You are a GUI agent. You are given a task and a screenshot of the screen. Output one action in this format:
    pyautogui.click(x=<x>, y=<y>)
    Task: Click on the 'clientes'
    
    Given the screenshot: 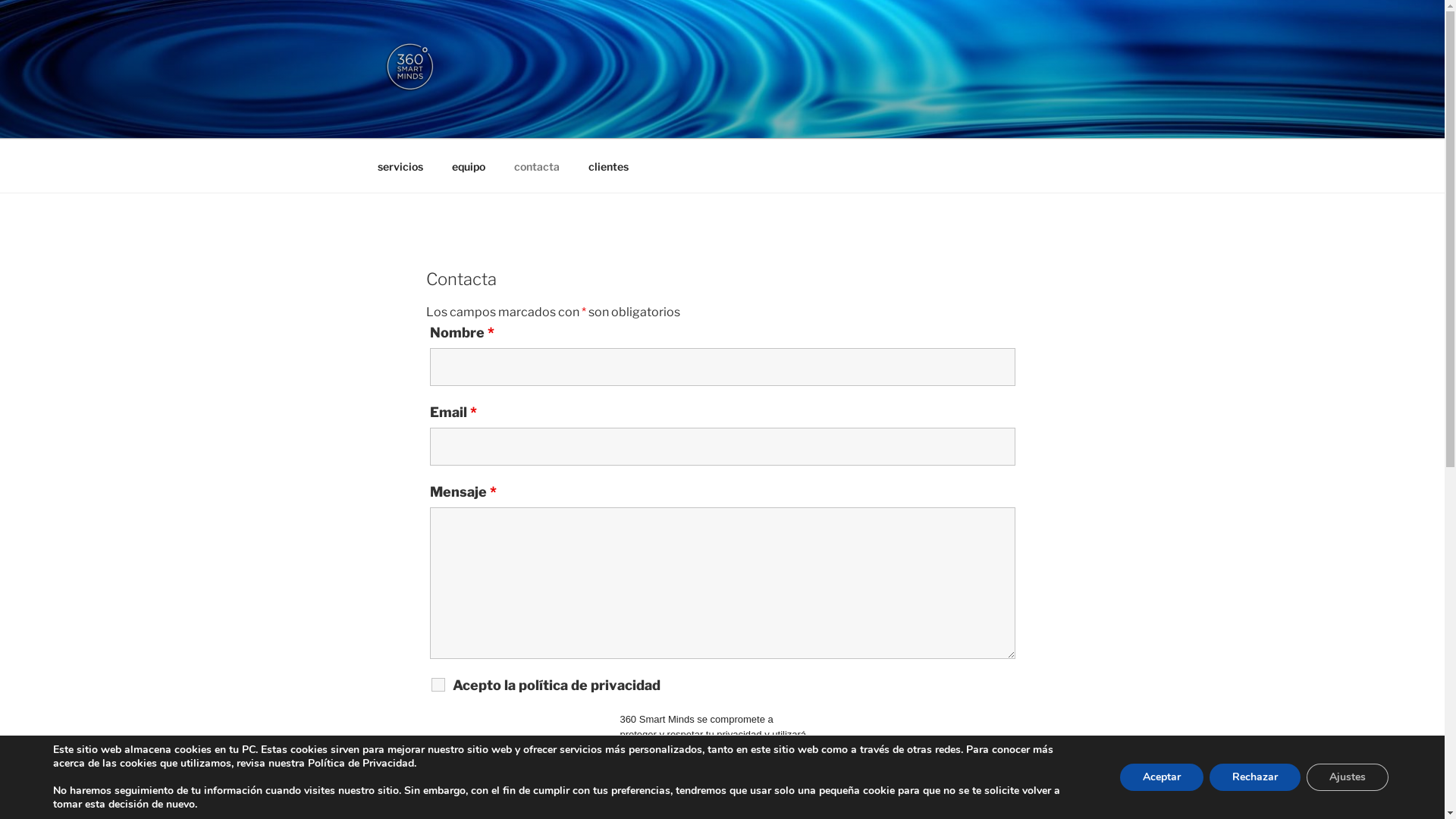 What is the action you would take?
    pyautogui.click(x=607, y=165)
    